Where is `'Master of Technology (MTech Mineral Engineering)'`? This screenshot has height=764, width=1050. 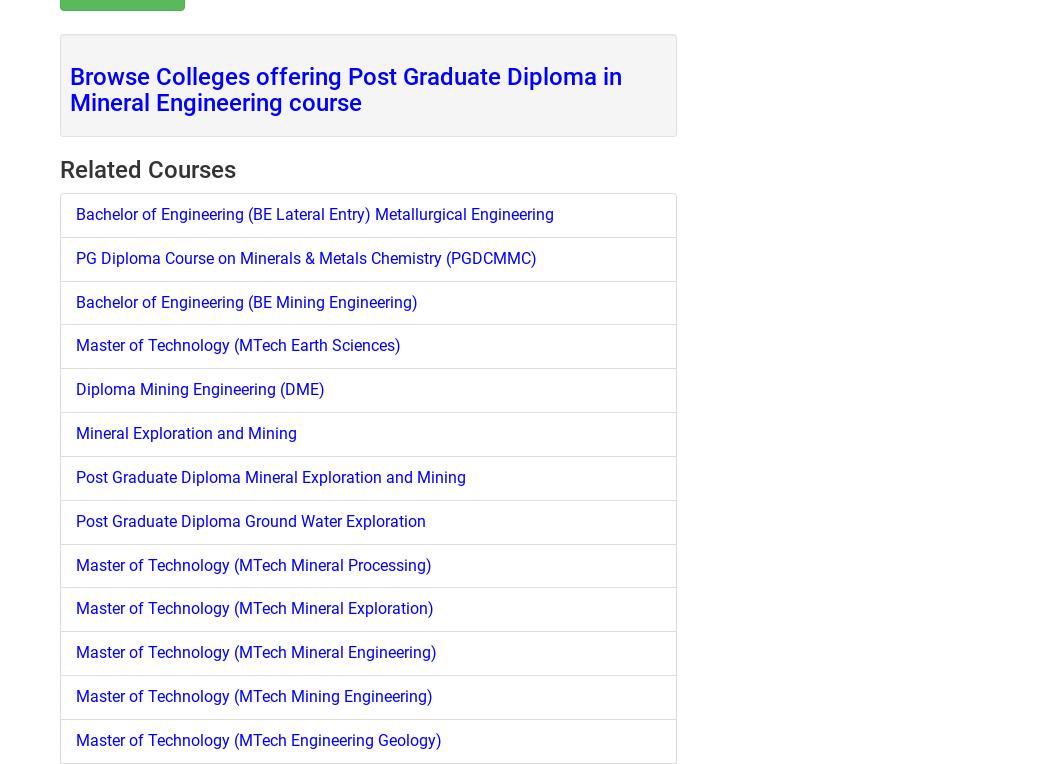 'Master of Technology (MTech Mineral Engineering)' is located at coordinates (76, 652).